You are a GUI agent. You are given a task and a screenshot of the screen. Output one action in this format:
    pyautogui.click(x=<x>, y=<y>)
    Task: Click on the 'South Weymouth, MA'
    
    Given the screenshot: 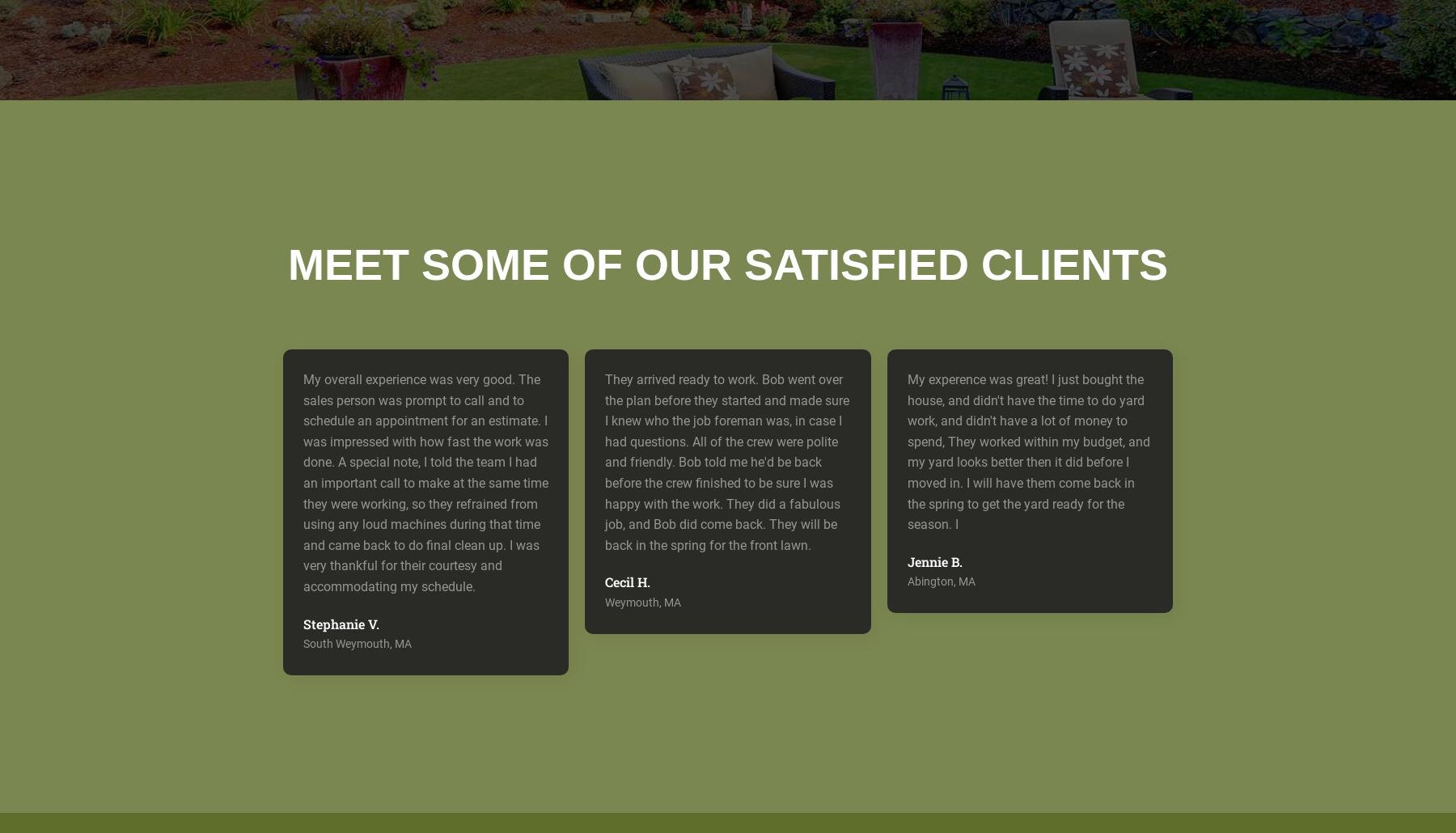 What is the action you would take?
    pyautogui.click(x=303, y=642)
    